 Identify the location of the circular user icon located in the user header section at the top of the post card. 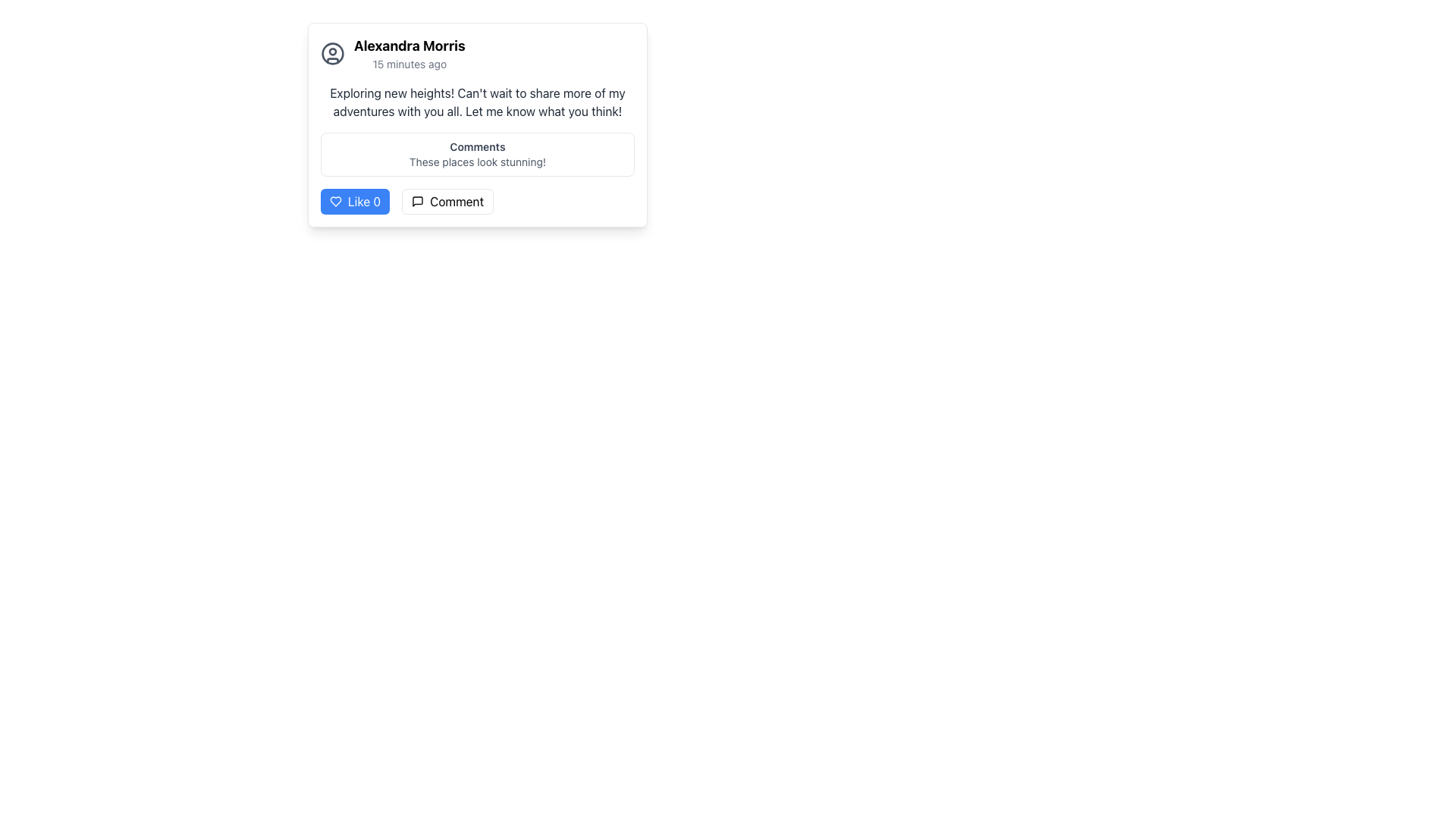
(331, 52).